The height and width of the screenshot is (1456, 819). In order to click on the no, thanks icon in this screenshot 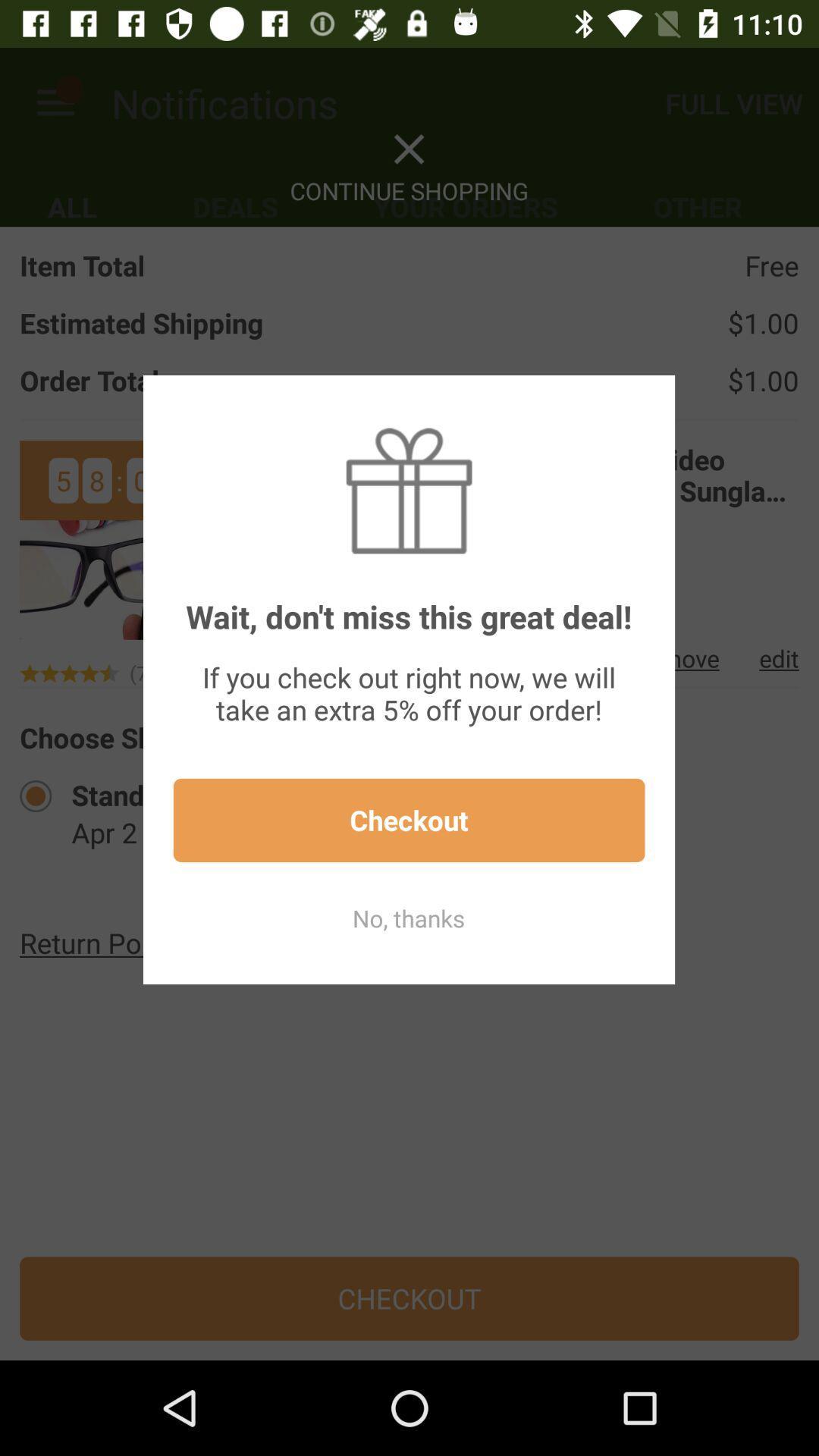, I will do `click(408, 918)`.